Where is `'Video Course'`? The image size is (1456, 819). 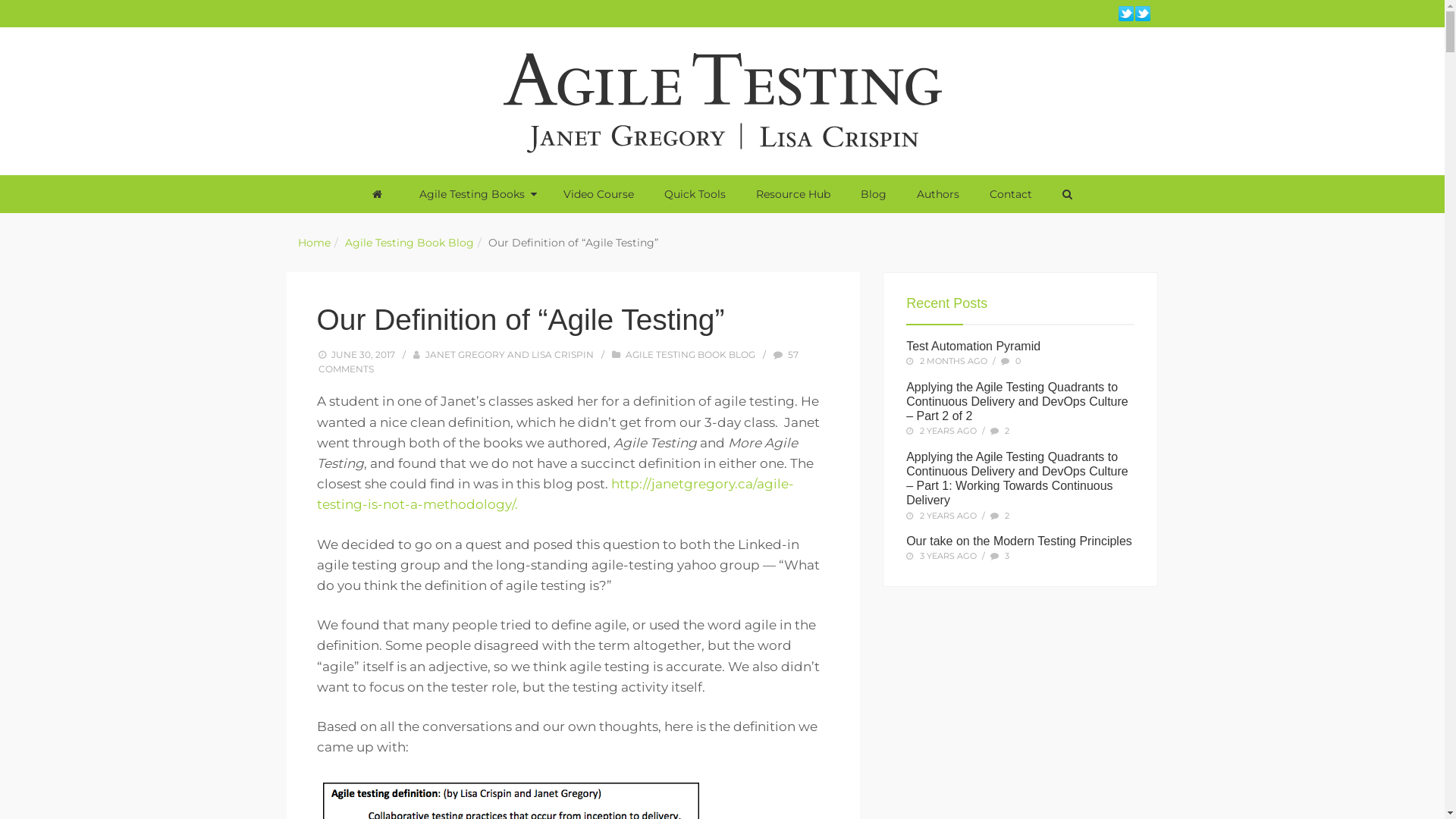
'Video Course' is located at coordinates (546, 193).